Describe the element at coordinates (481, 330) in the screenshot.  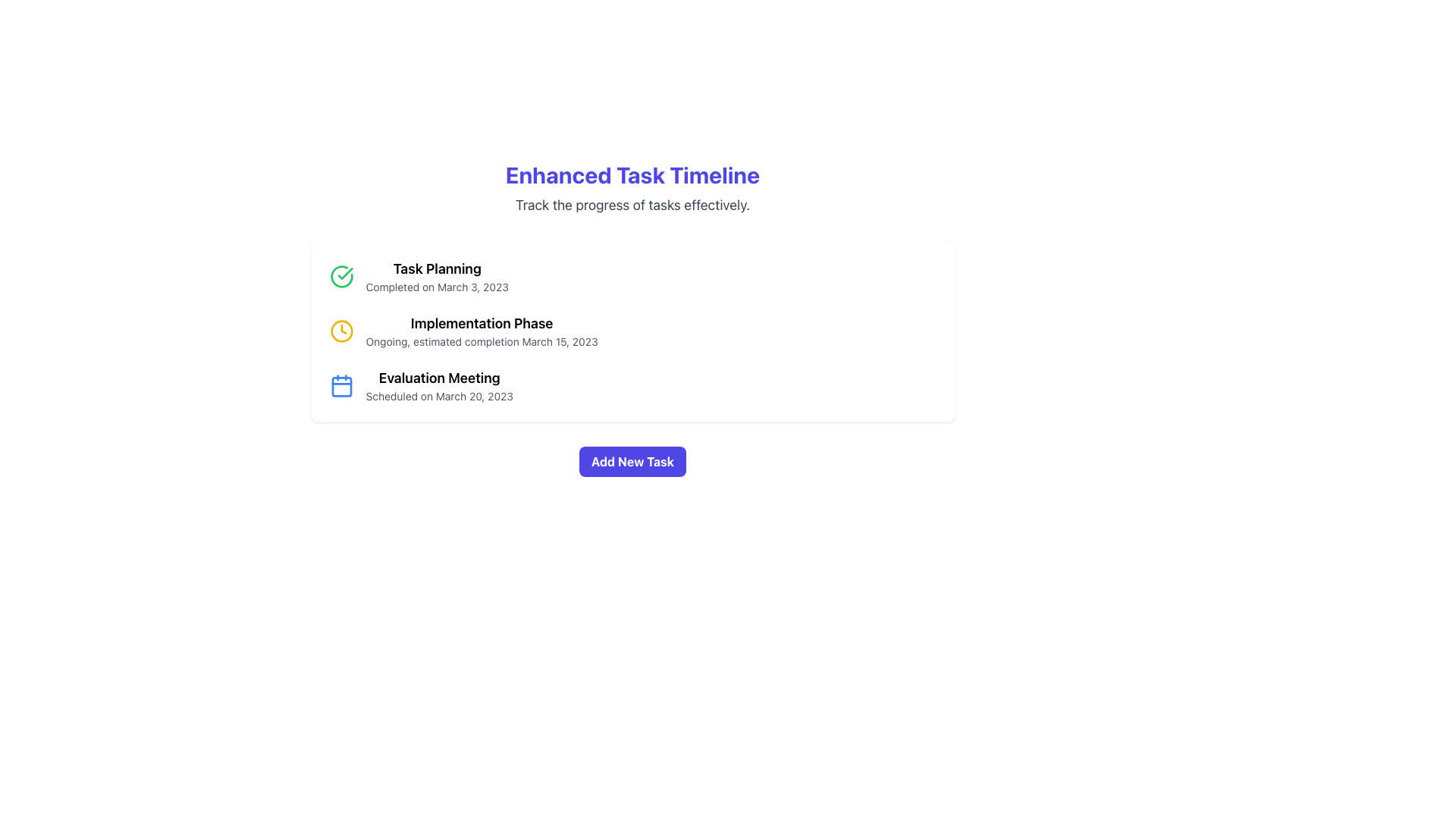
I see `status information text block indicating the ongoing 'Implementation Phase' of the project, positioned between a yellow clock icon and white space` at that location.